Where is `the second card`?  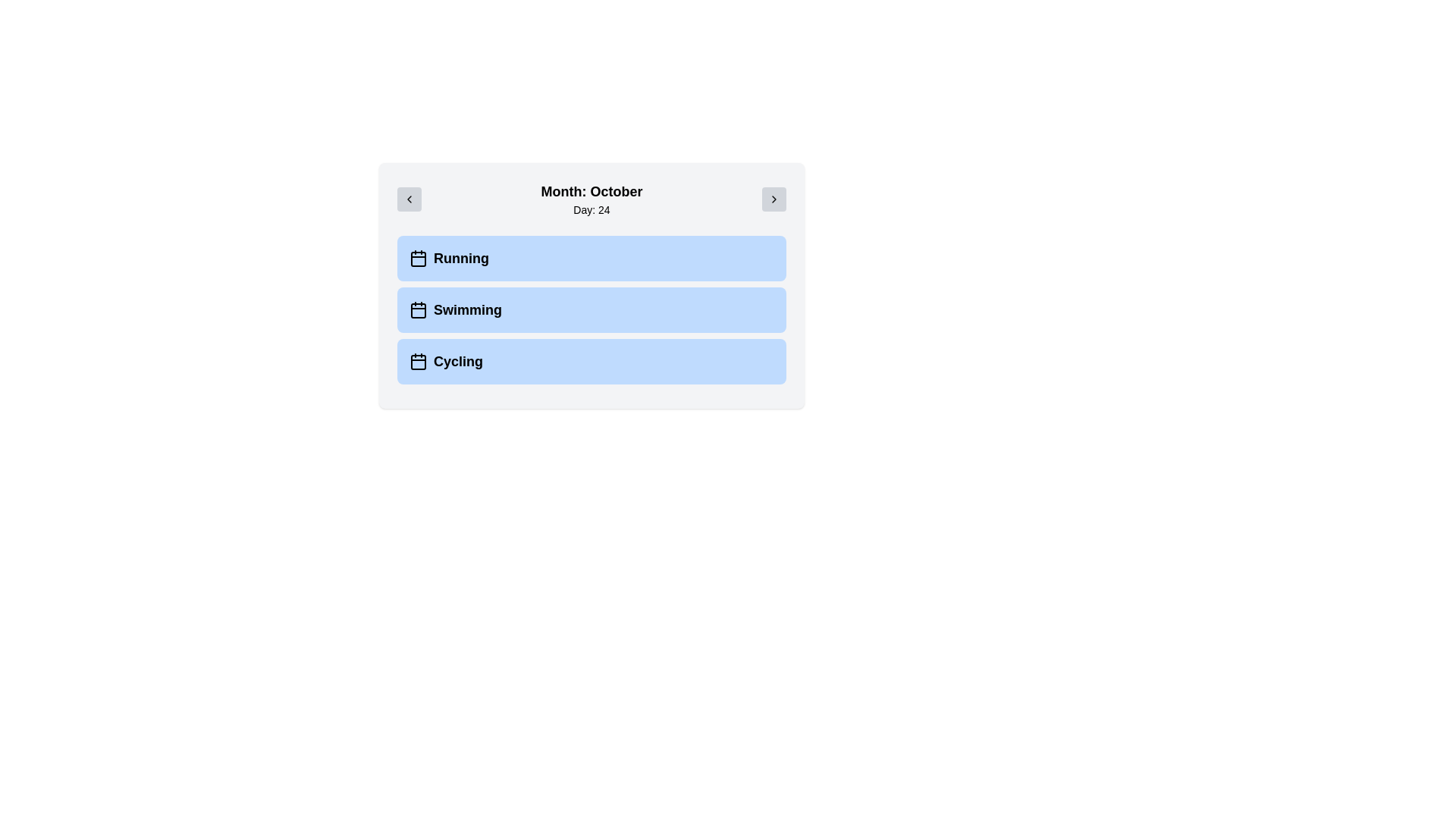
the second card is located at coordinates (591, 286).